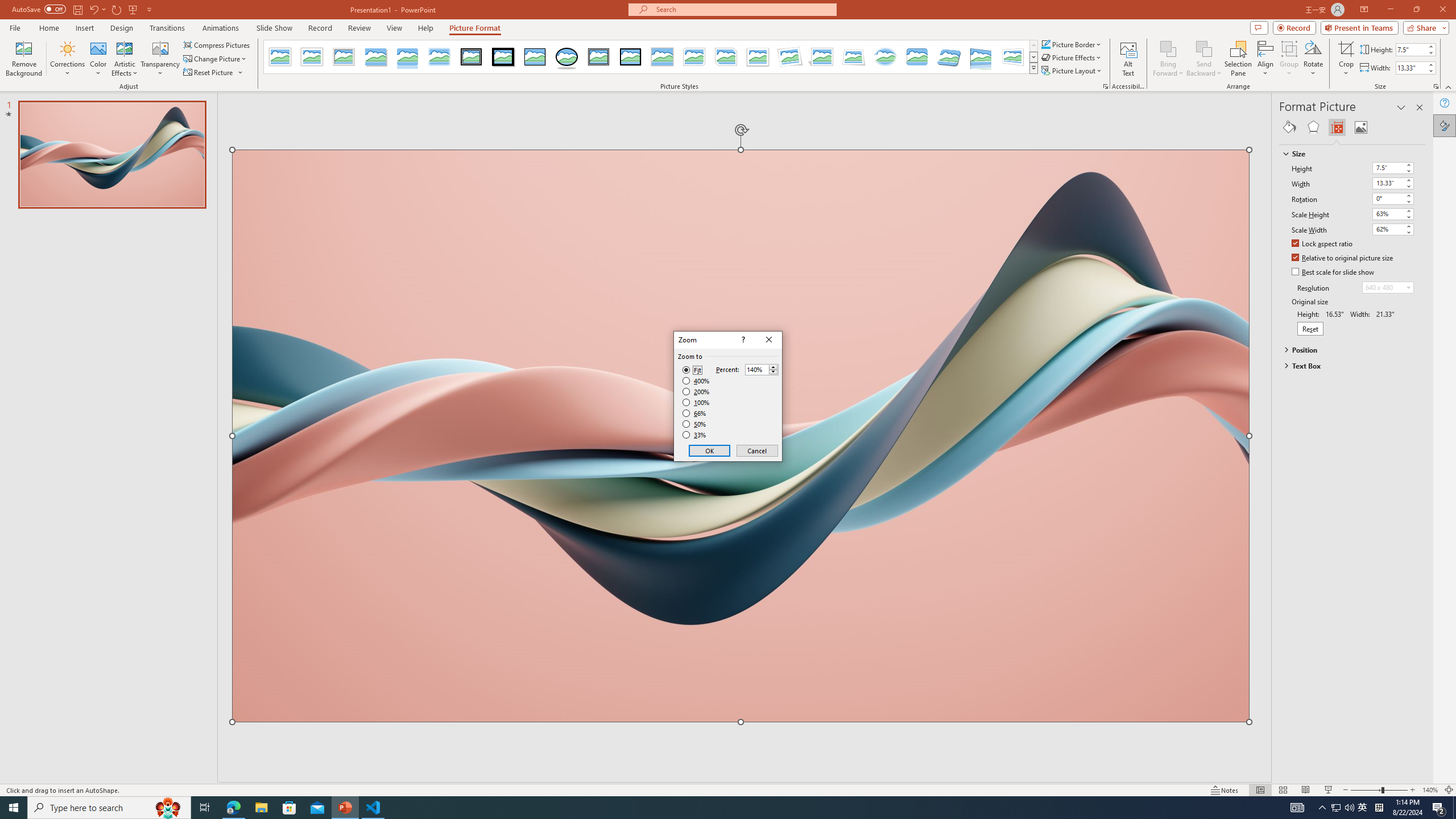  What do you see at coordinates (1430, 790) in the screenshot?
I see `'Zoom 140%'` at bounding box center [1430, 790].